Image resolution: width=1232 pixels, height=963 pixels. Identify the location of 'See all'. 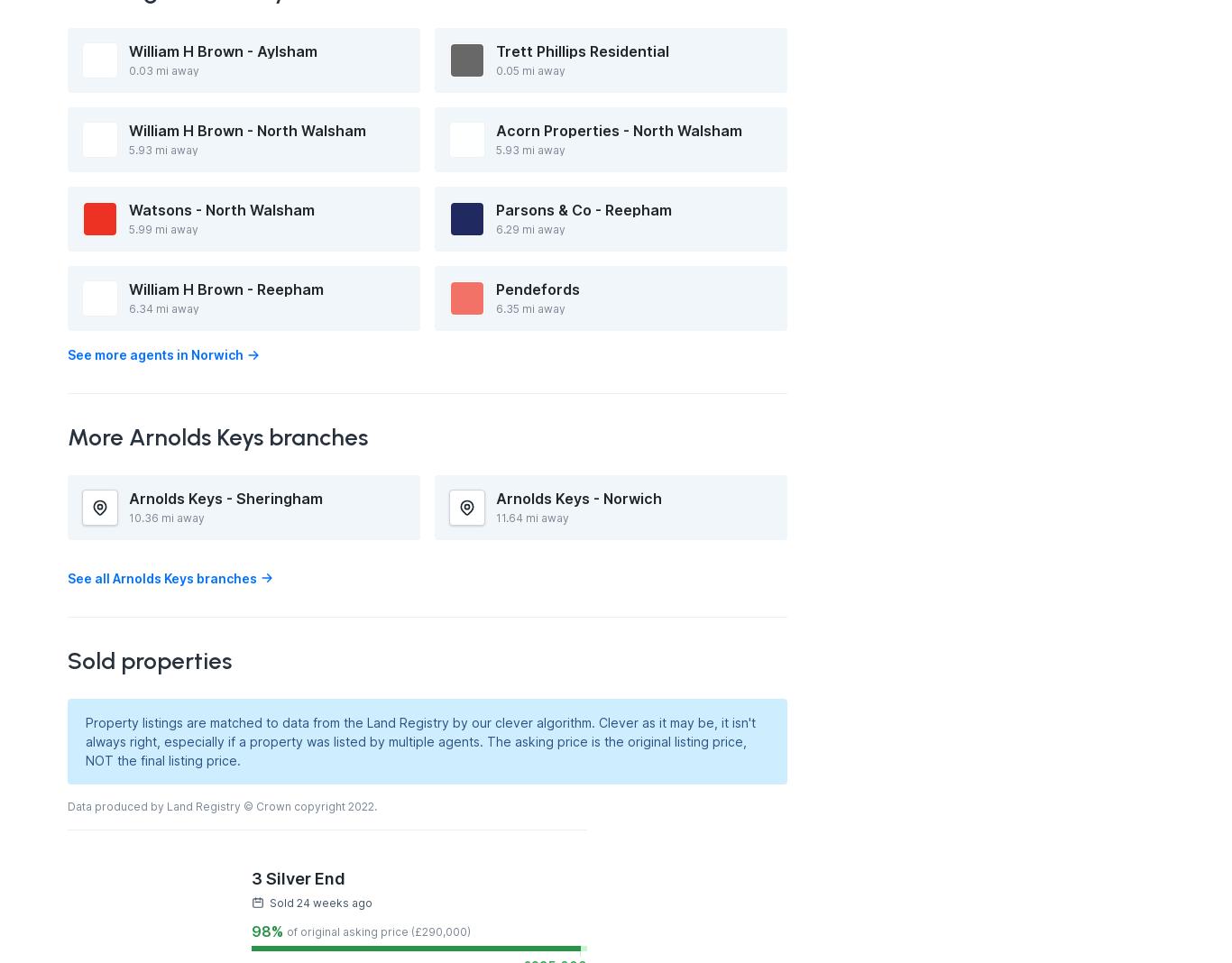
(88, 576).